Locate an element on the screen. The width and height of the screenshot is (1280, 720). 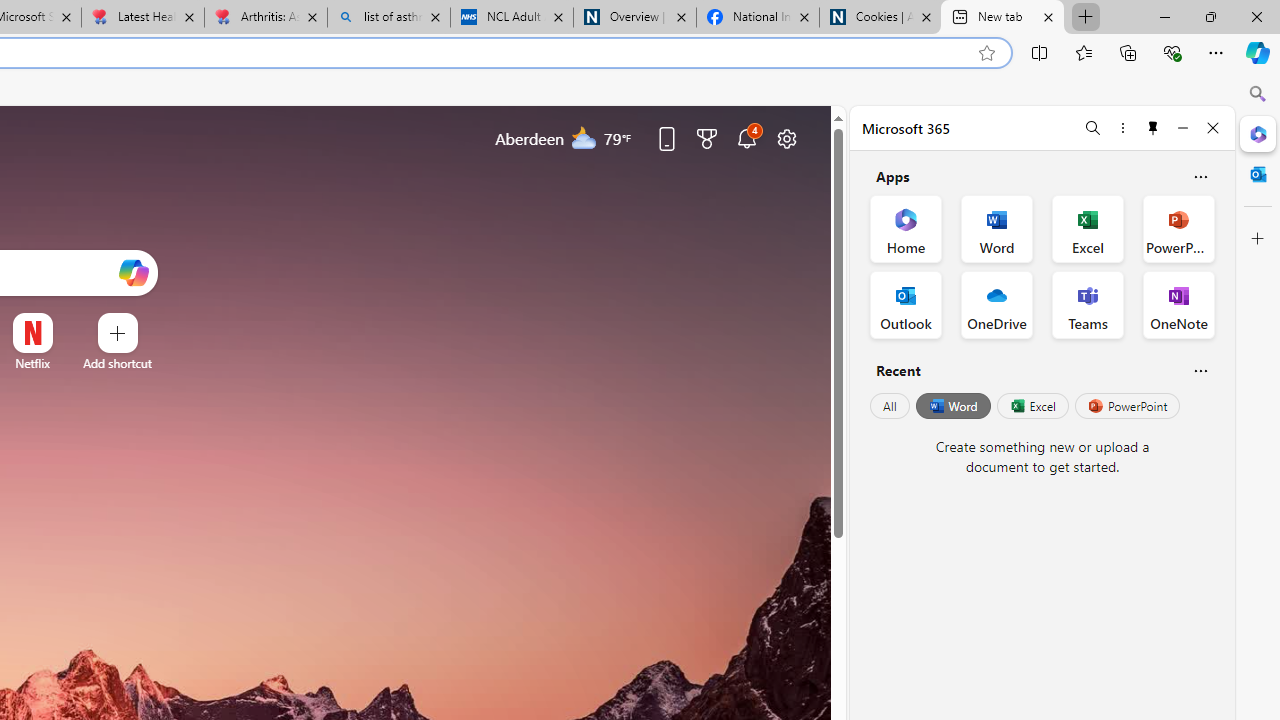
'Teams Office App' is located at coordinates (1087, 304).